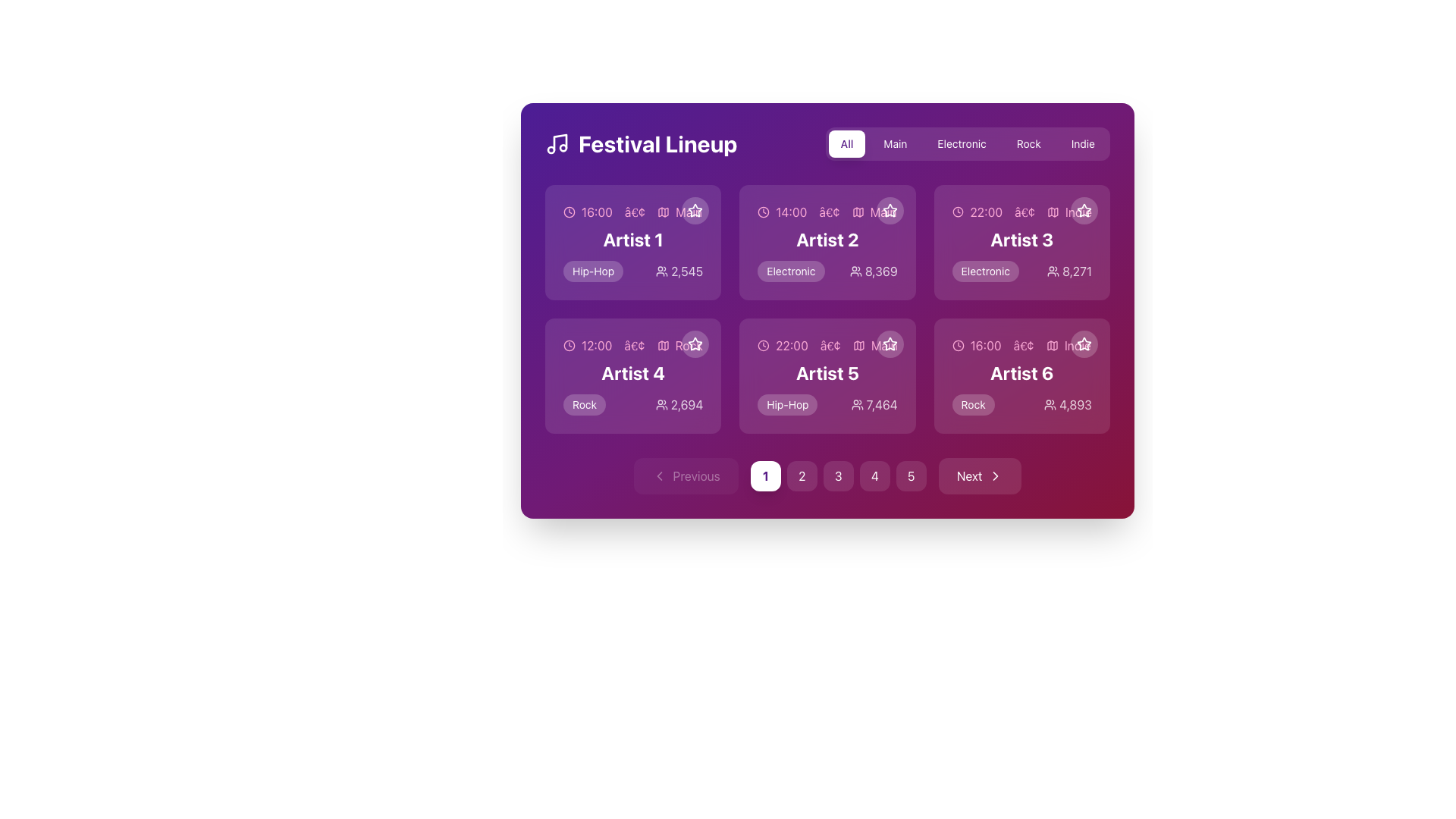 The image size is (1456, 819). I want to click on the 'Electronic' category selector tab within the 'Festival Lineup' interface using the keyboard for accessibility, so click(967, 143).